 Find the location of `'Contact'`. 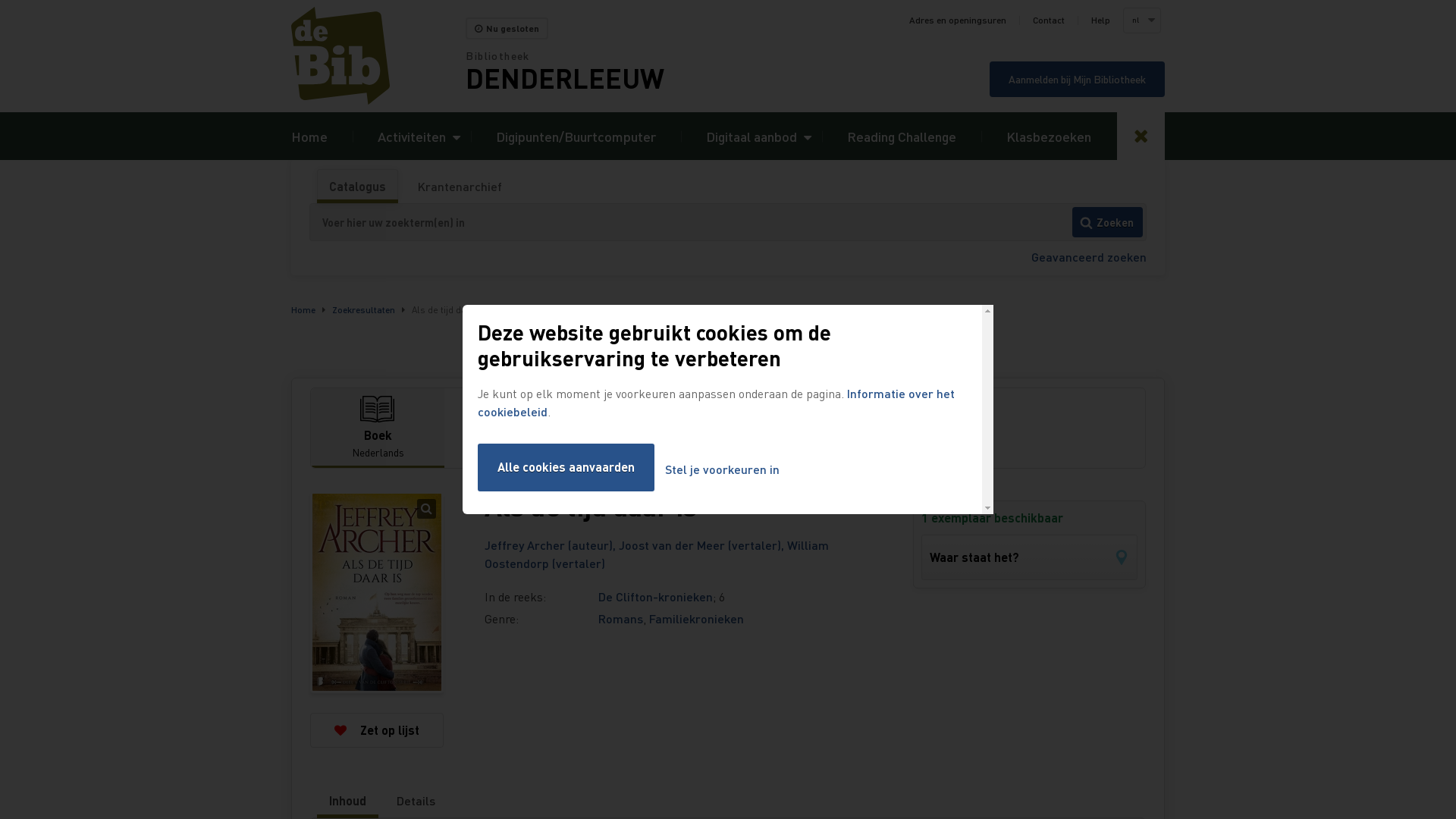

'Contact' is located at coordinates (1047, 20).